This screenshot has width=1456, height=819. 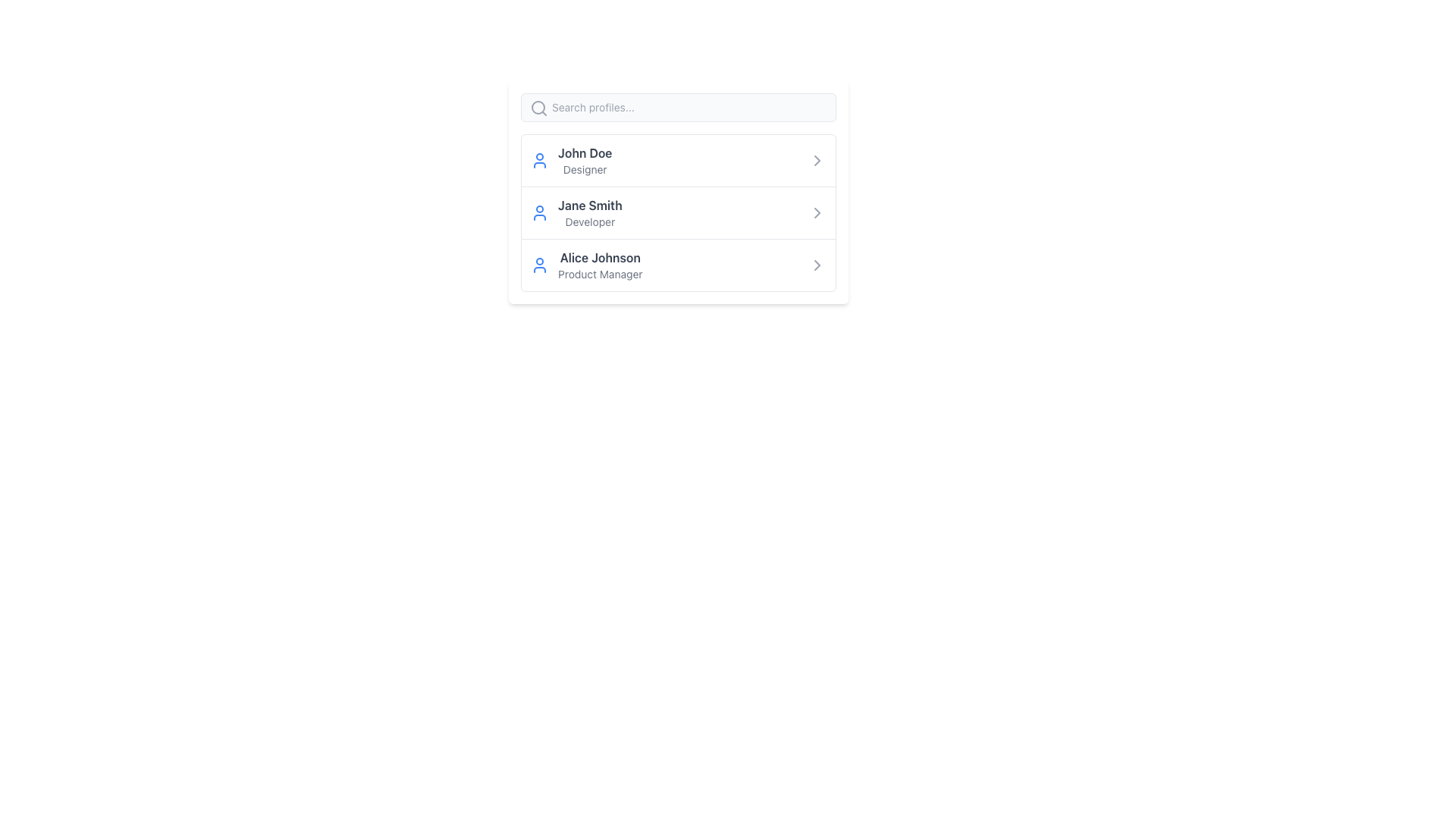 I want to click on the second row in the list representing the user 'Jane Smith', so click(x=677, y=212).